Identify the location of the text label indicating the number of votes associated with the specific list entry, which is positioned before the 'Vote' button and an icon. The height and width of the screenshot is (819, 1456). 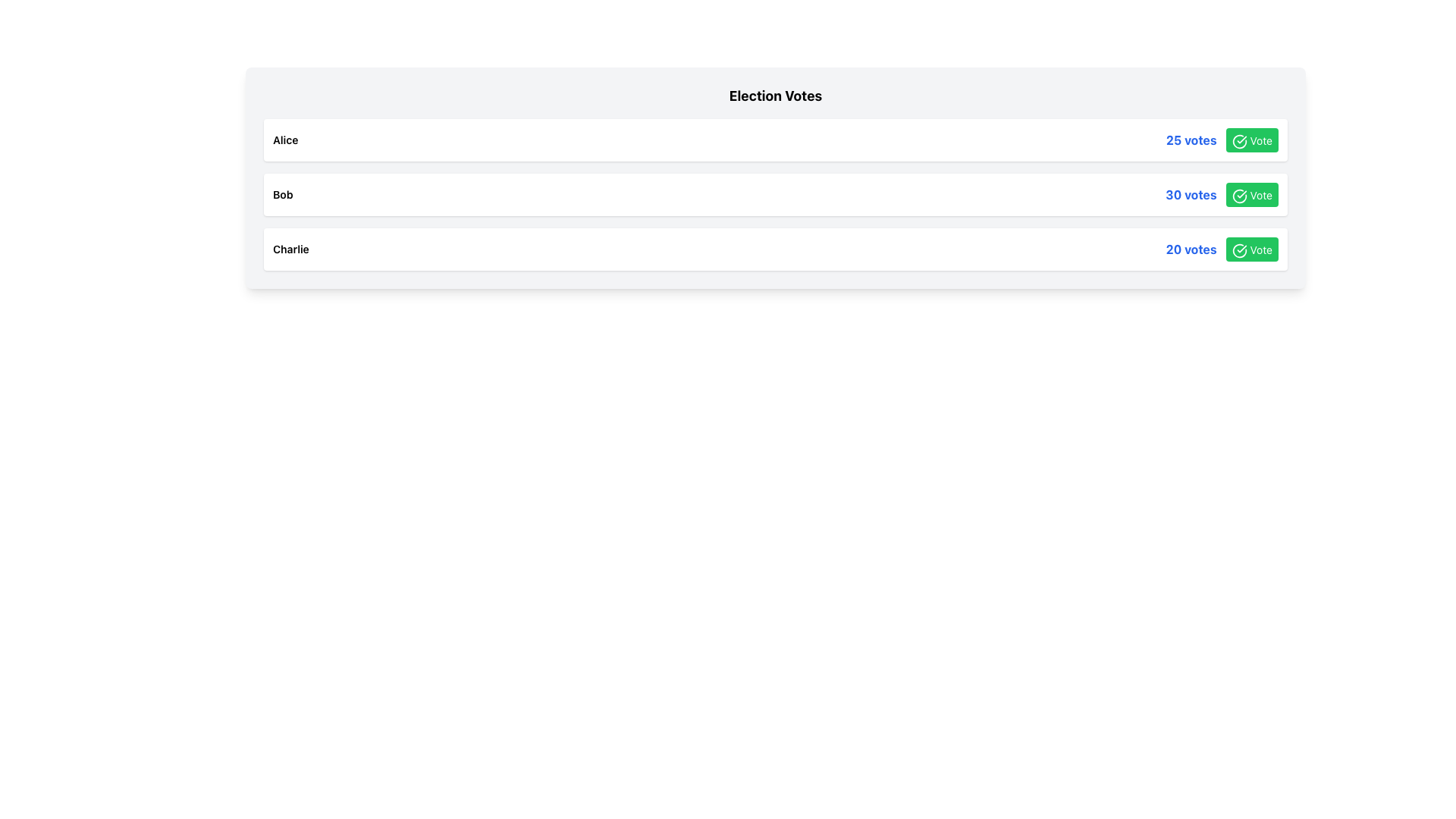
(1191, 140).